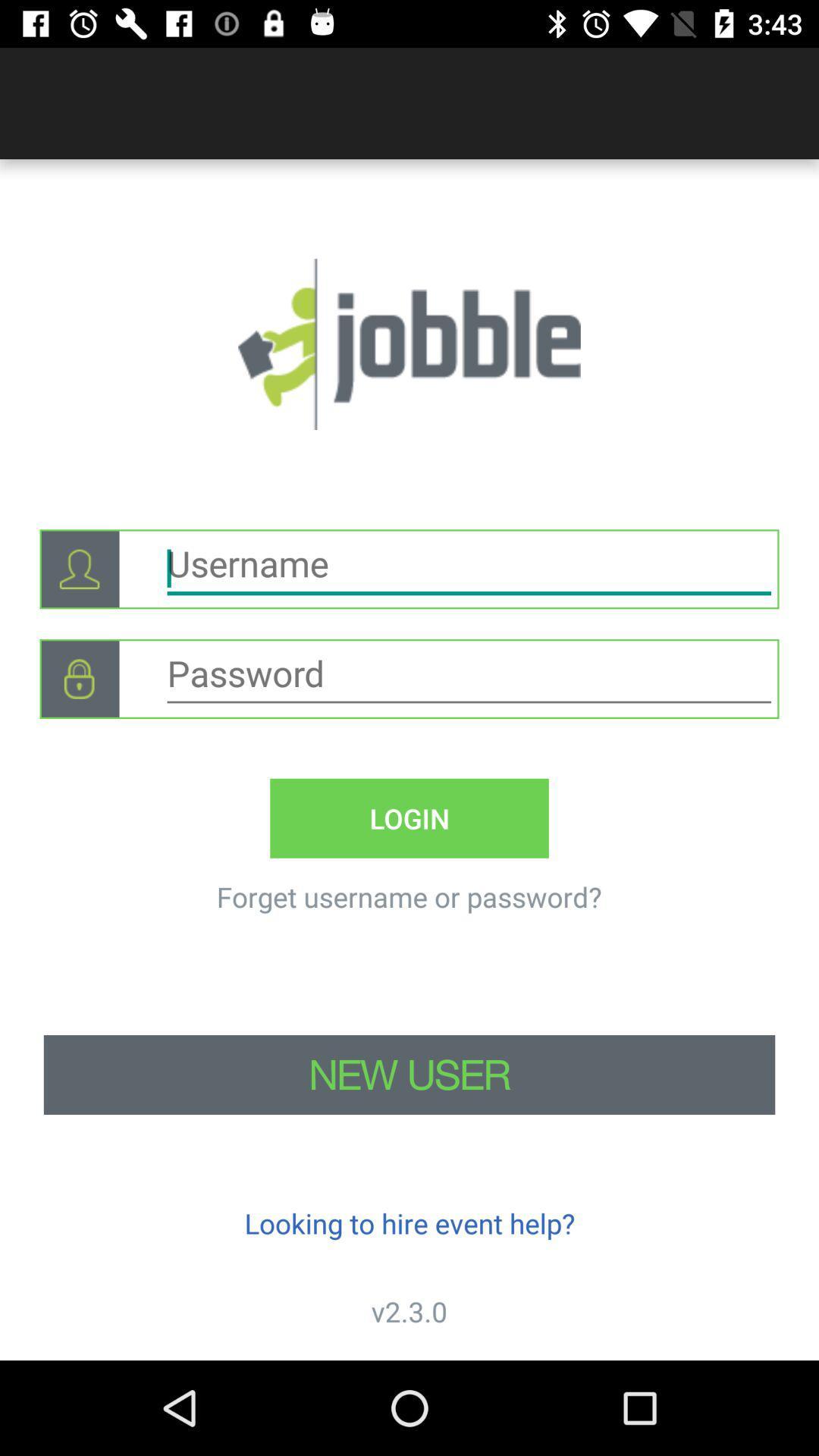 The image size is (819, 1456). What do you see at coordinates (409, 817) in the screenshot?
I see `the login icon` at bounding box center [409, 817].